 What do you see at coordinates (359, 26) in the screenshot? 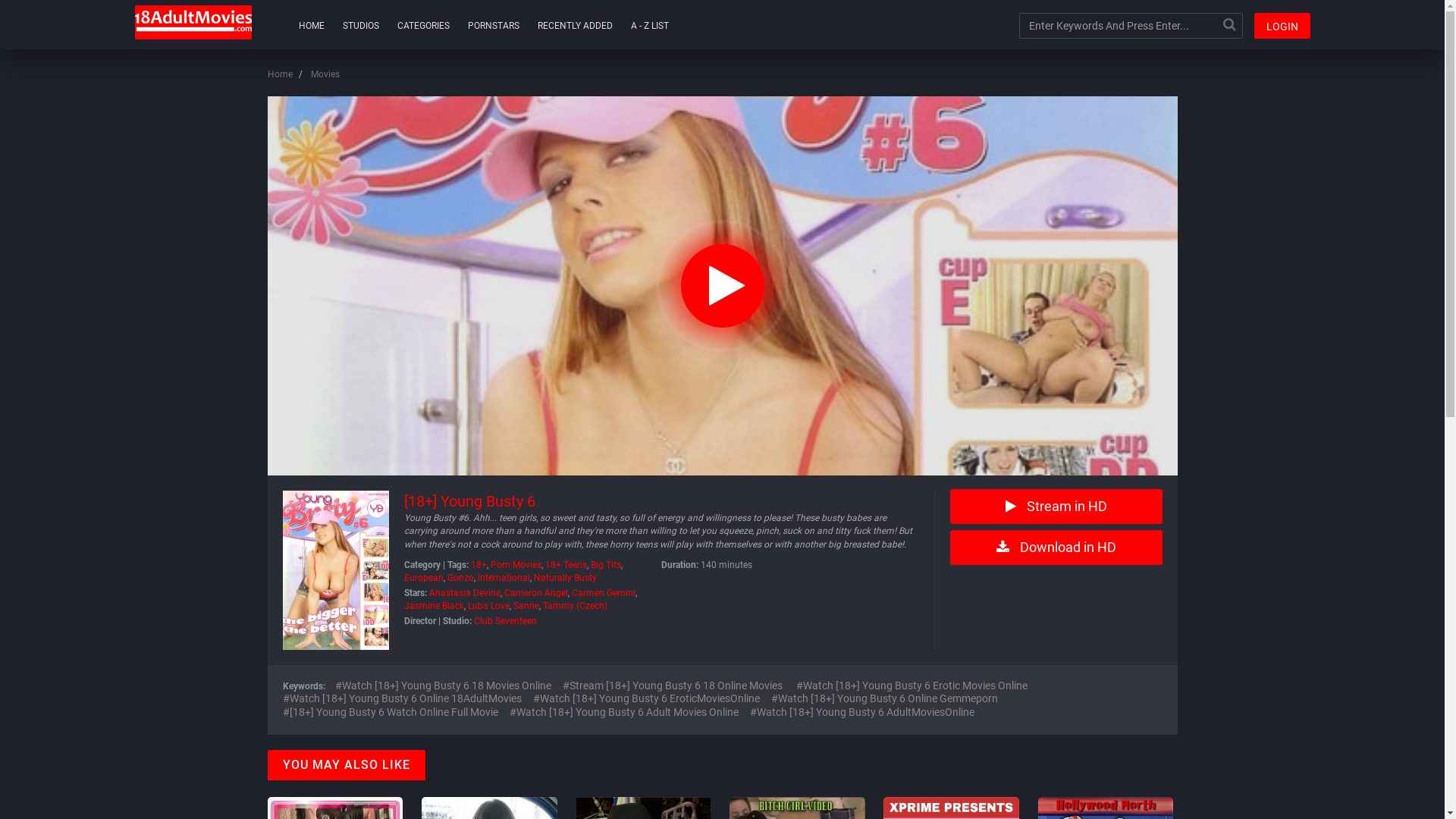
I see `'STUDIOS'` at bounding box center [359, 26].